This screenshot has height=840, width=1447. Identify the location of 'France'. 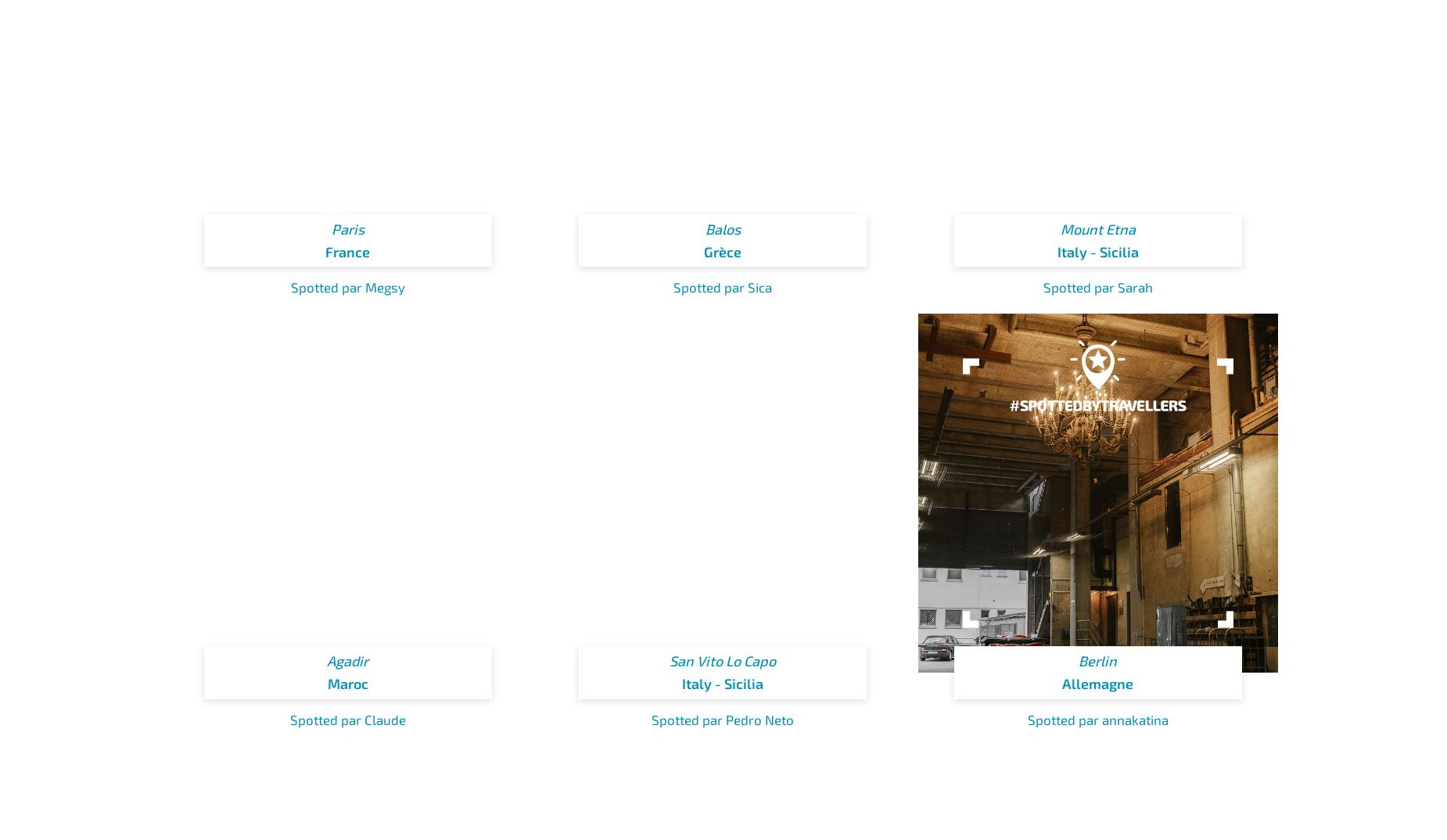
(346, 251).